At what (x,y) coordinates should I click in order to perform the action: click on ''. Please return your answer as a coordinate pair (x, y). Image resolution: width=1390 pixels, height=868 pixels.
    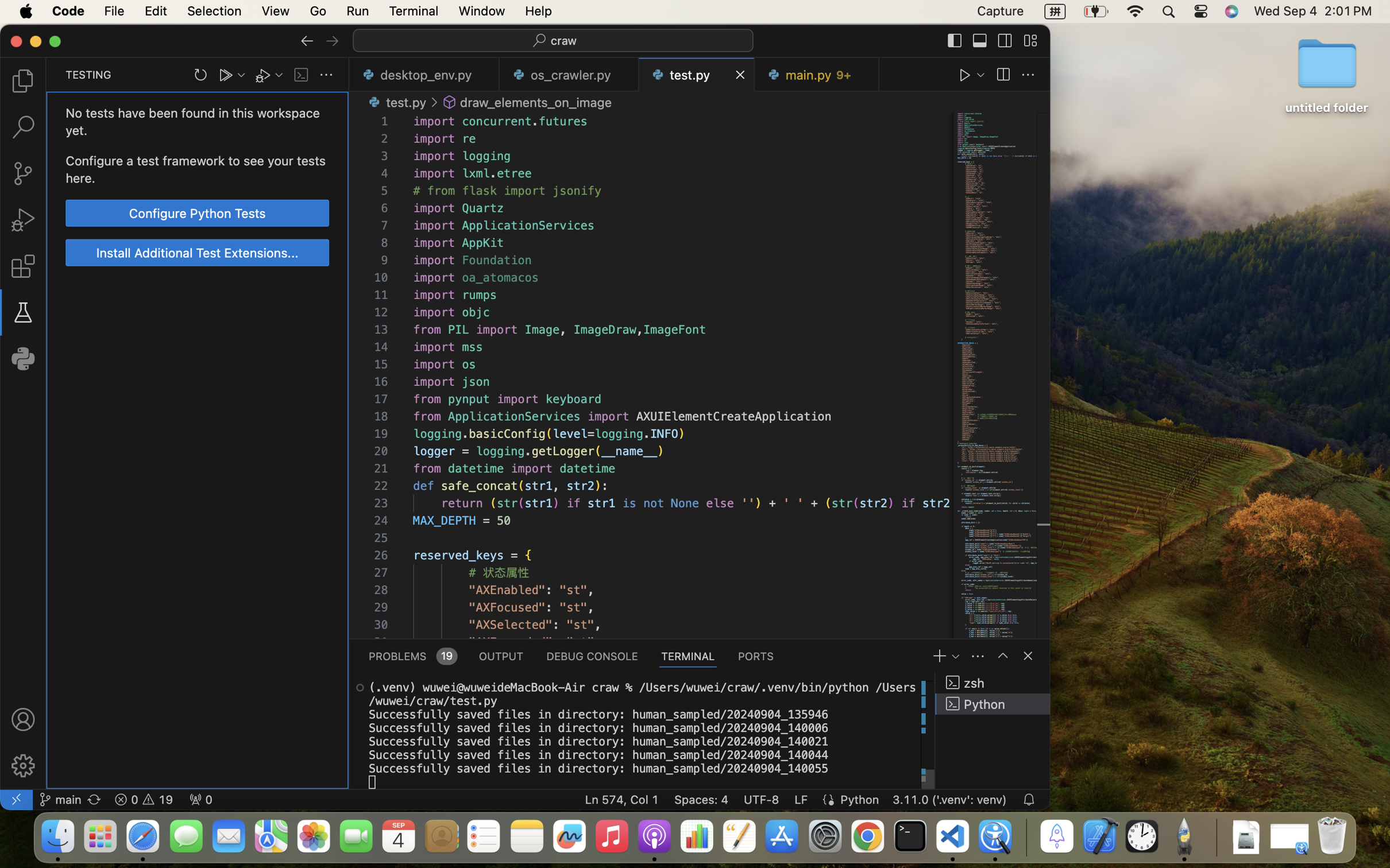
    Looking at the image, I should click on (953, 40).